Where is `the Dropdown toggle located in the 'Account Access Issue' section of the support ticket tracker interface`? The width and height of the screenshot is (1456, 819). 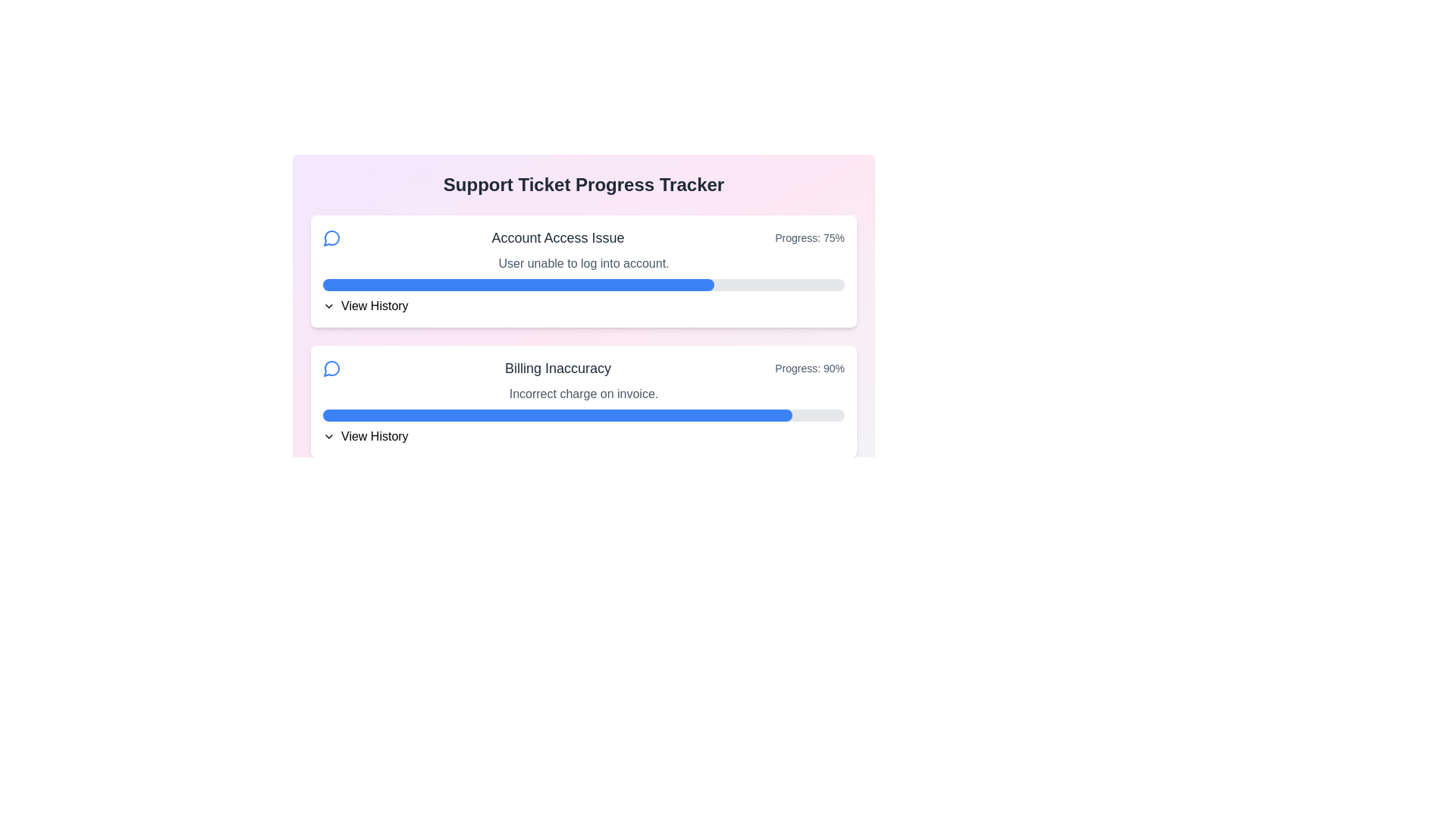 the Dropdown toggle located in the 'Account Access Issue' section of the support ticket tracker interface is located at coordinates (582, 306).